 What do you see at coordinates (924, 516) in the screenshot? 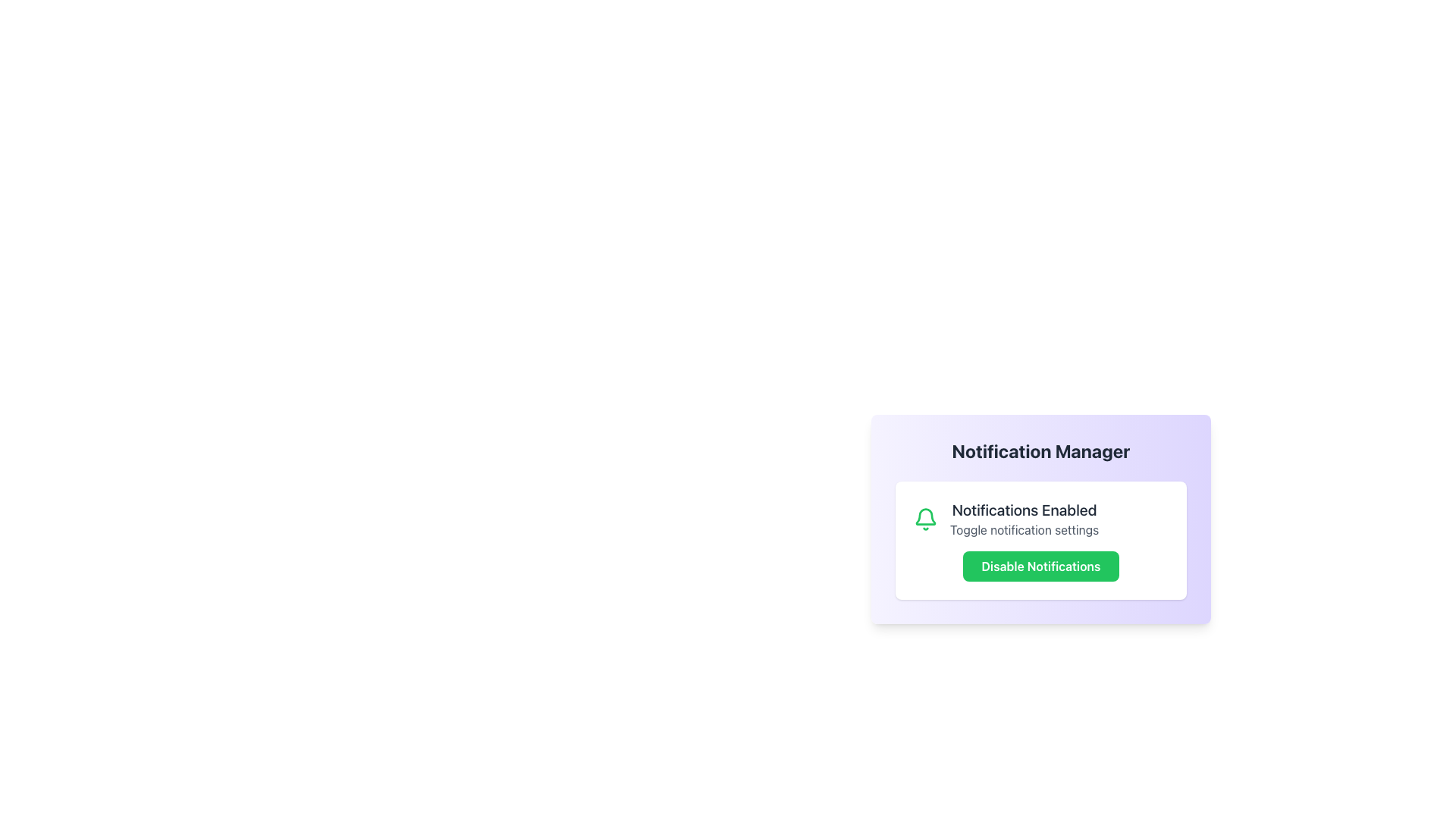
I see `the top portion of the bell icon, which is styled with a green stroke and is located to the left of the 'Notifications Enabled' text in the notification settings card` at bounding box center [924, 516].